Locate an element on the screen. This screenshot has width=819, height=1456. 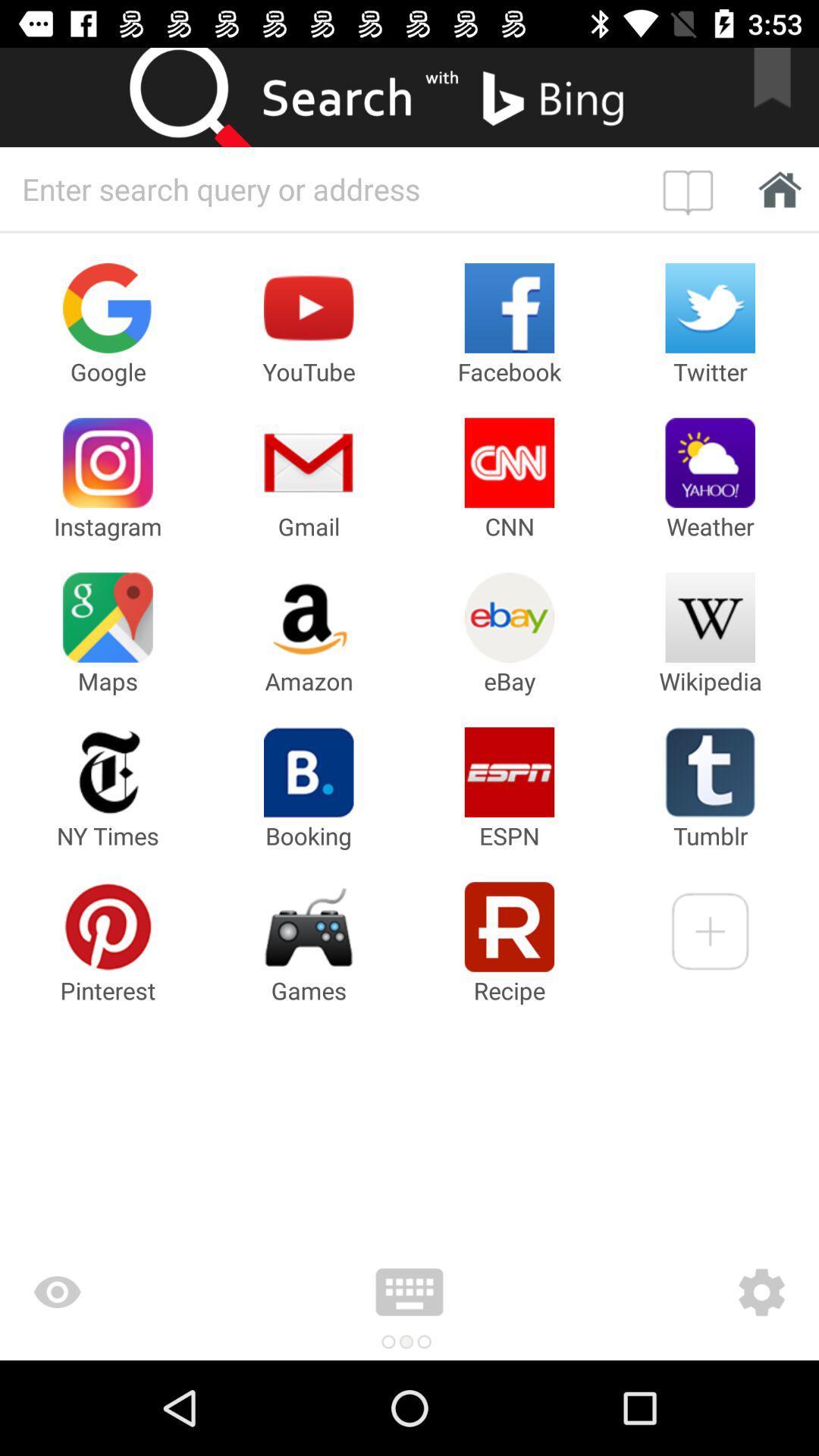
search is located at coordinates (205, 96).